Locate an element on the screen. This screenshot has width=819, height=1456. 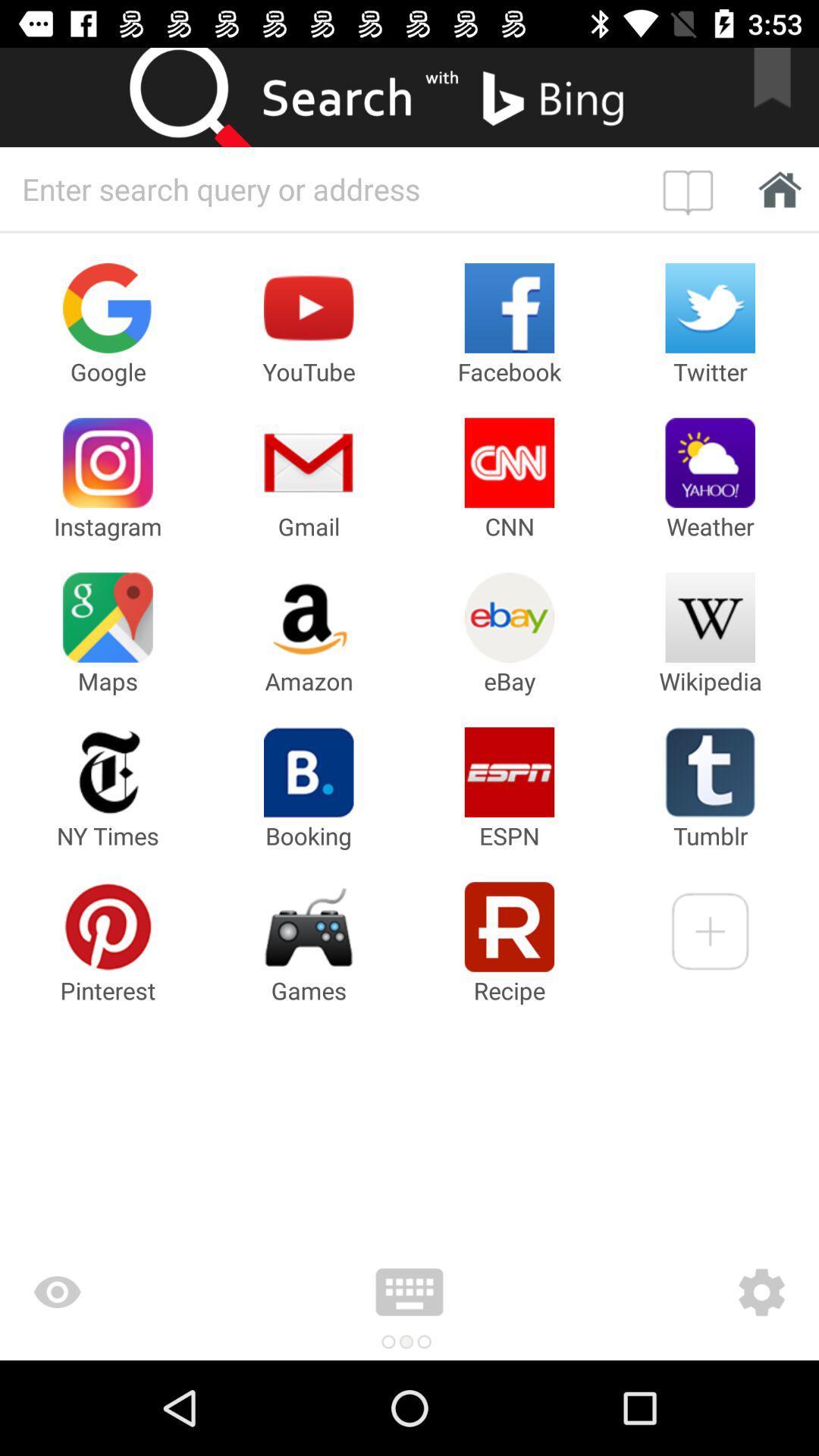
search is located at coordinates (205, 96).